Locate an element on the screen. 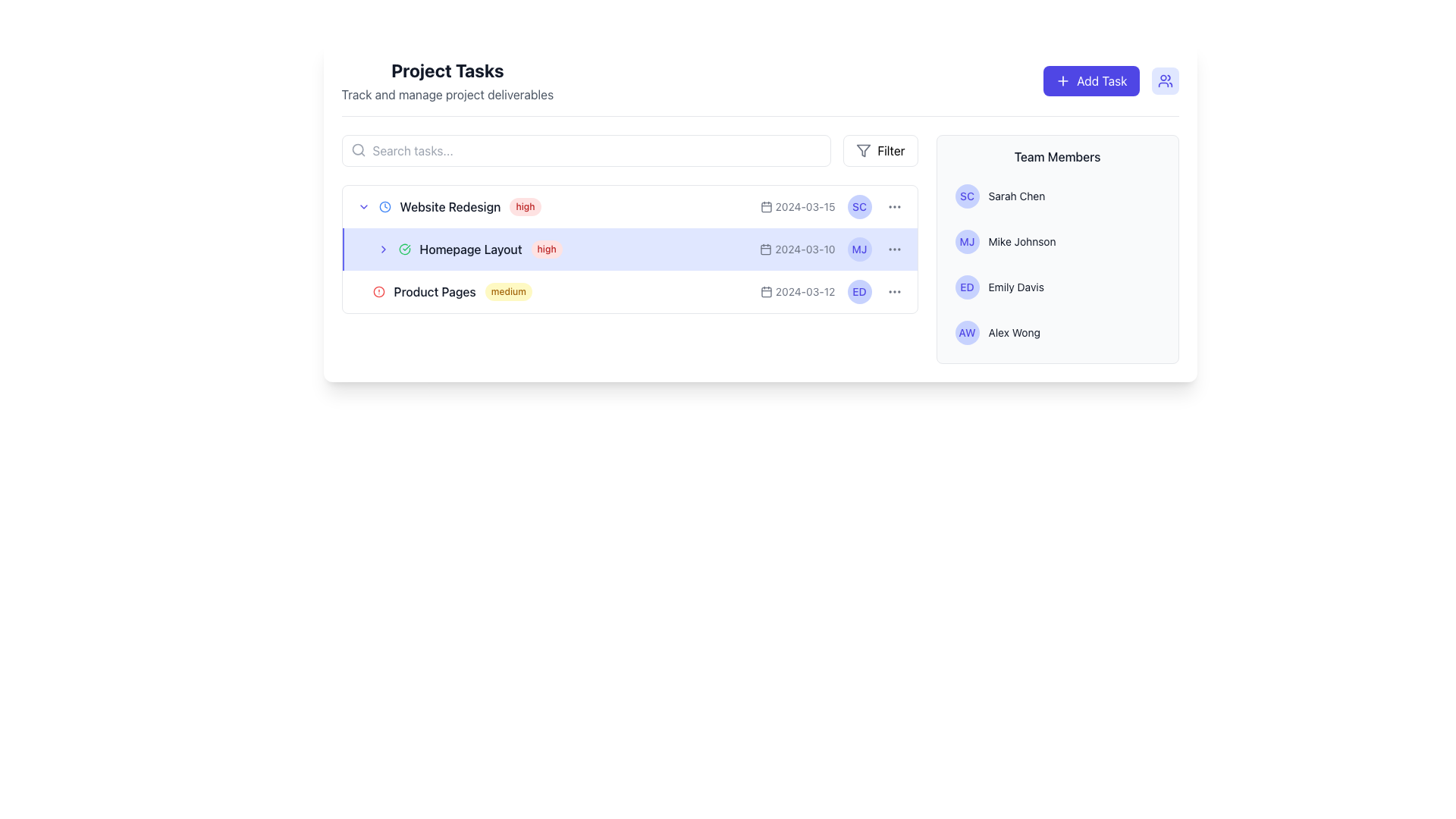 Image resolution: width=1456 pixels, height=819 pixels. the text and icon grouping displaying the due date and assignee initials for the task 'Website Redesign' is located at coordinates (832, 207).